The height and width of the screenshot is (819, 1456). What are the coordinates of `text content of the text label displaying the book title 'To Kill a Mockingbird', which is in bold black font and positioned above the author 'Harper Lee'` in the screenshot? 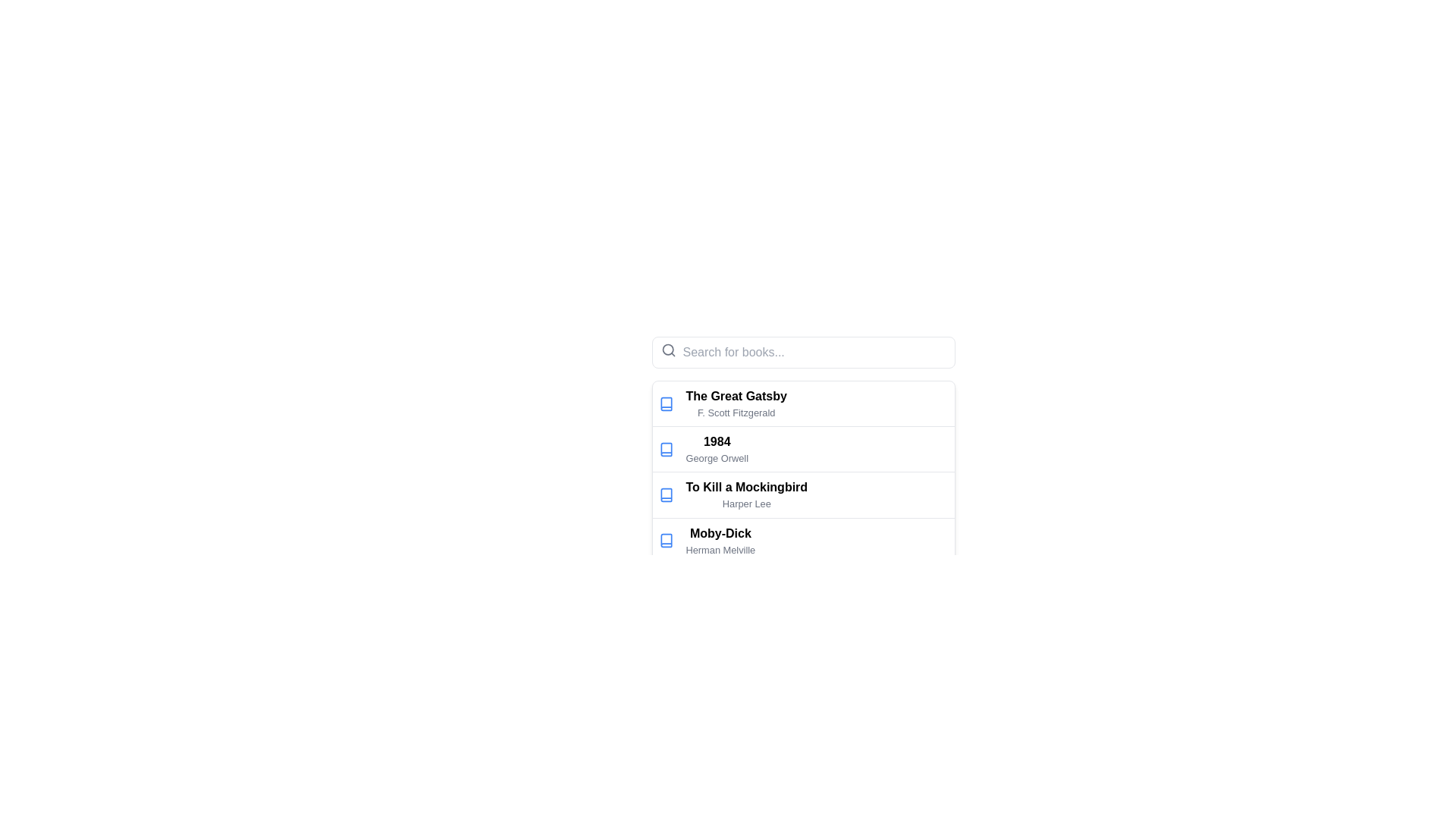 It's located at (746, 487).